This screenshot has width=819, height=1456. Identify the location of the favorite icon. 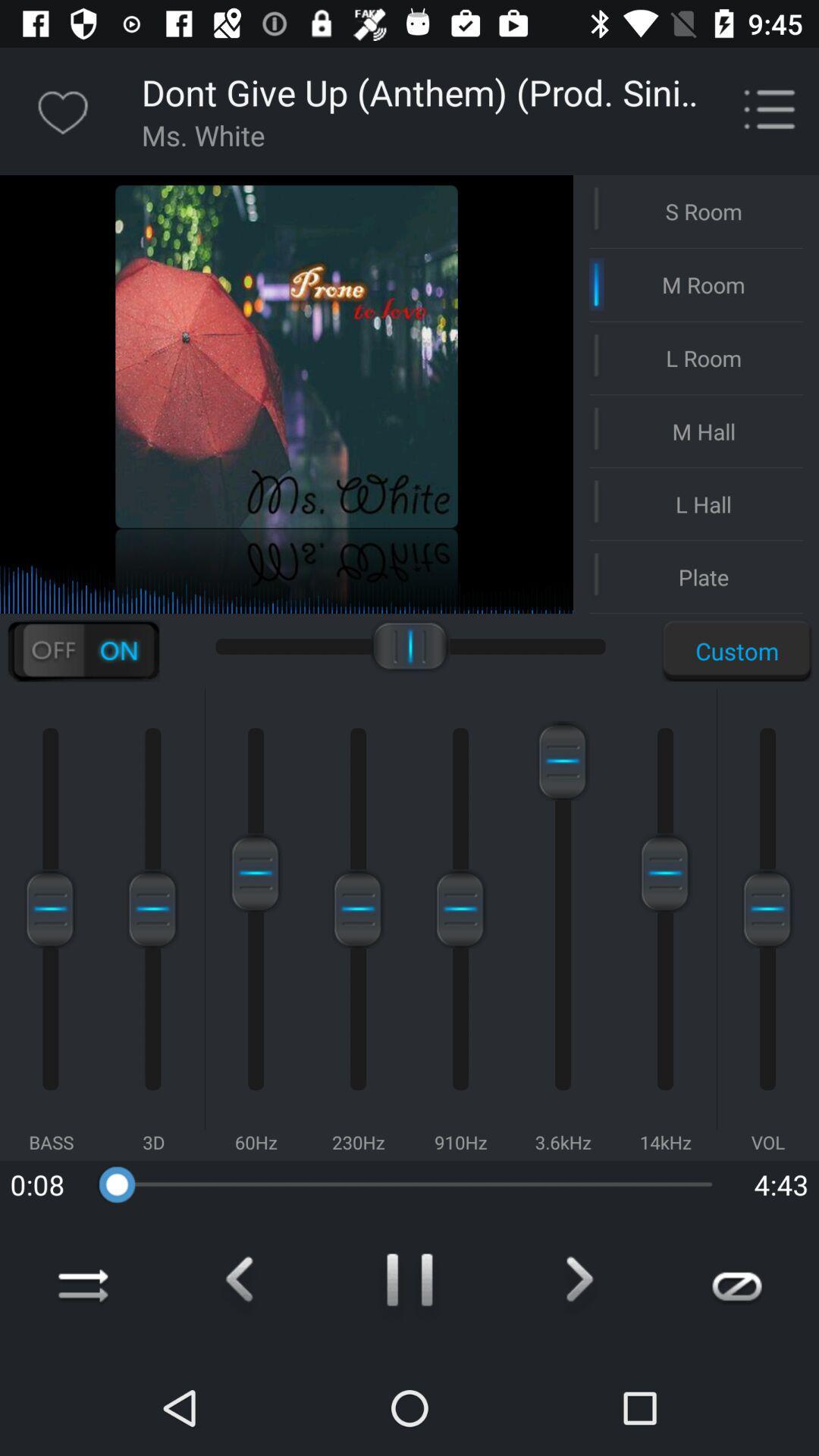
(63, 111).